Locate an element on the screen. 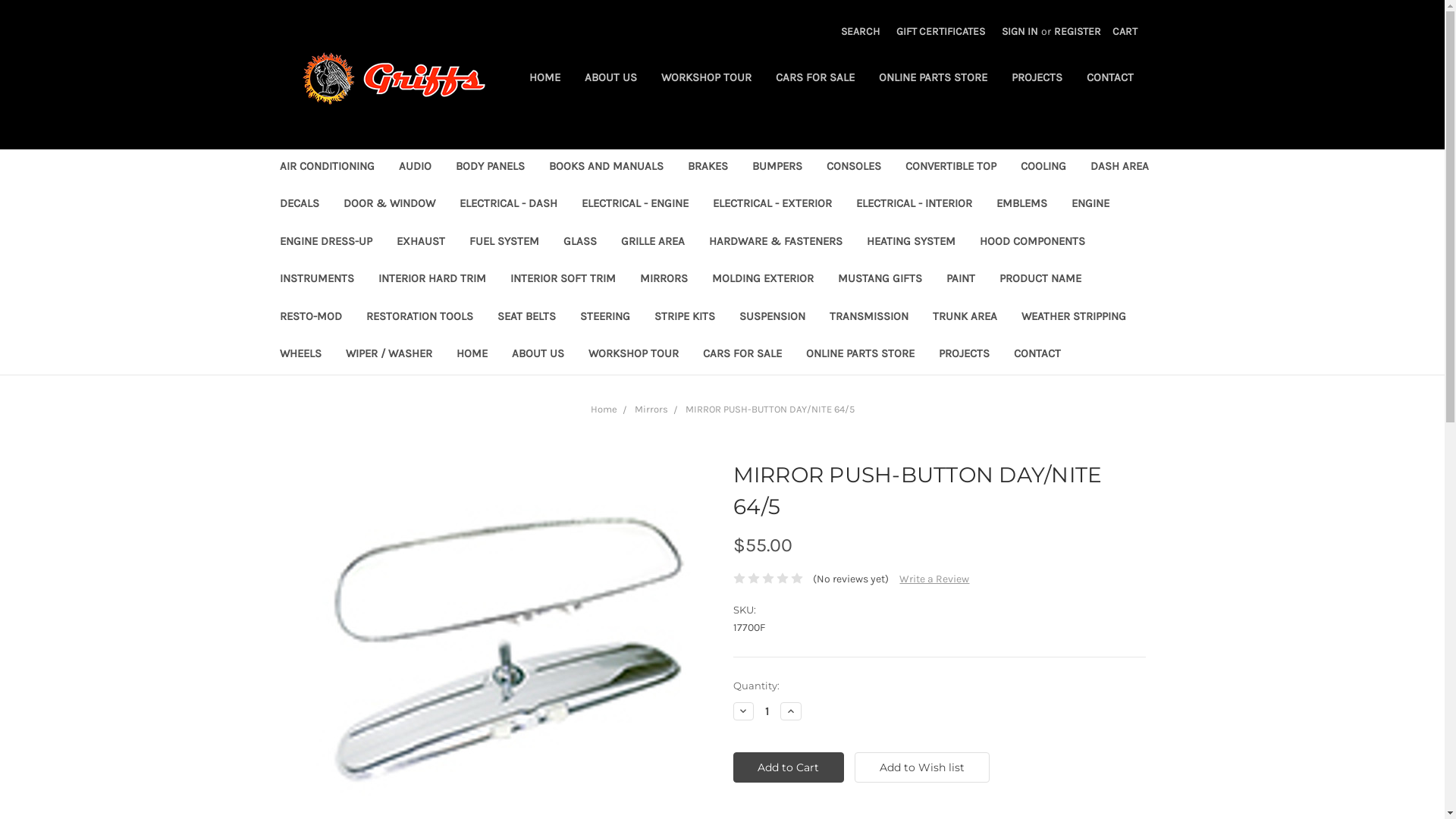  'TRUNK AREA' is located at coordinates (964, 317).